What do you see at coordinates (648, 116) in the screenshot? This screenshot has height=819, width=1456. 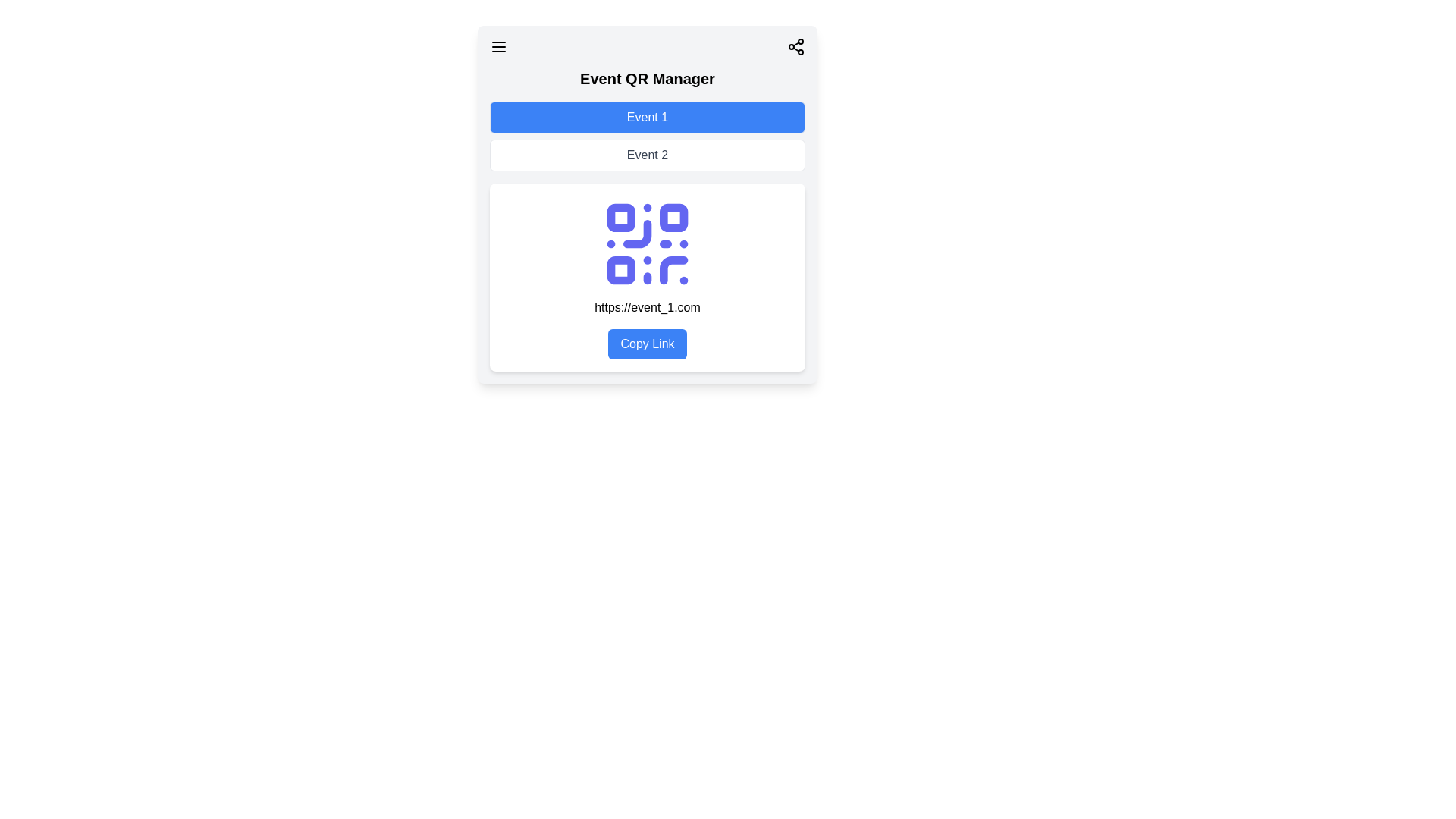 I see `the button labeled 'Event 1' with a blue background and white text to change its background color` at bounding box center [648, 116].